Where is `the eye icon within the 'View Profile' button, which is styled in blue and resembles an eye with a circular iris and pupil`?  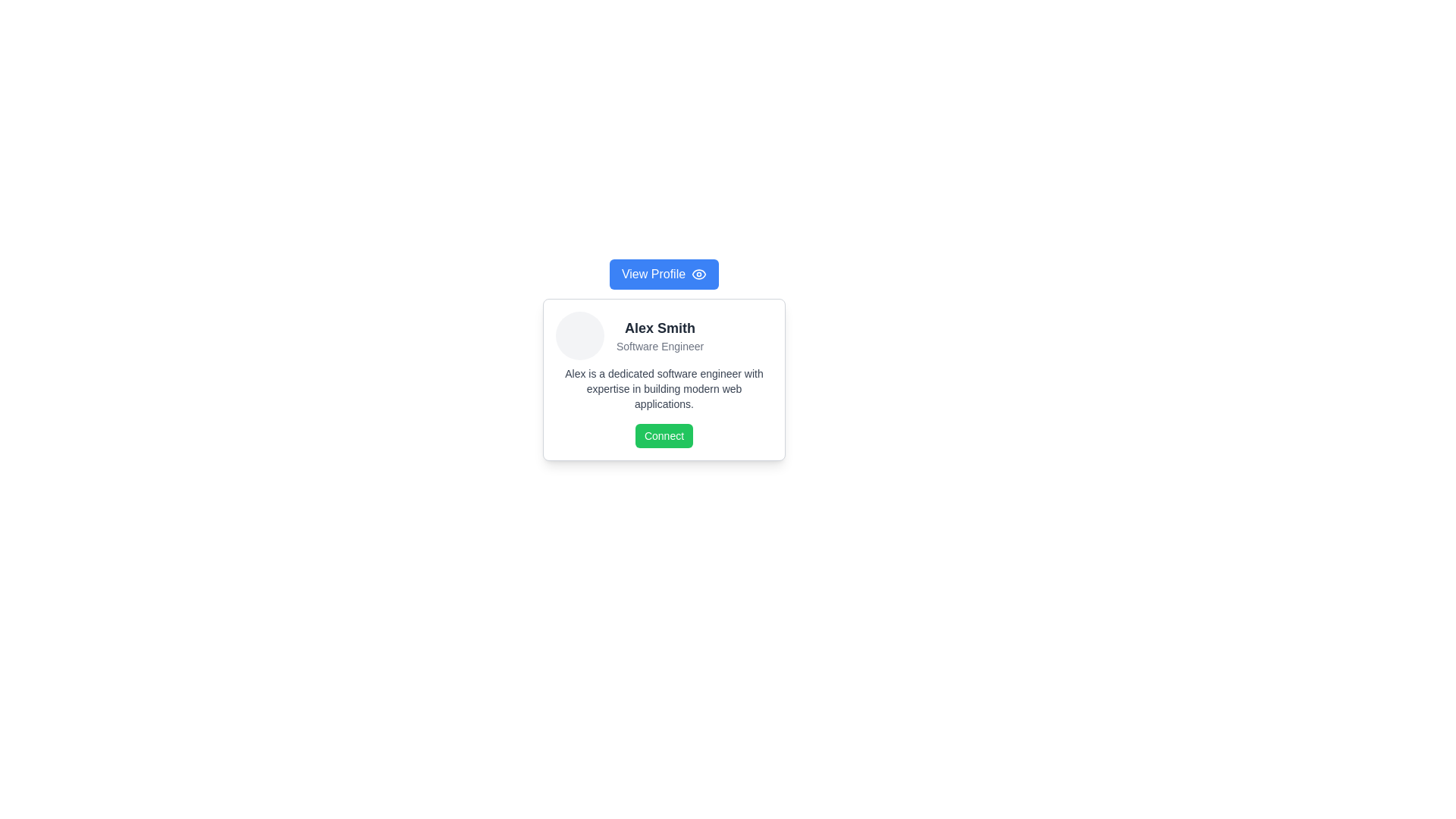 the eye icon within the 'View Profile' button, which is styled in blue and resembles an eye with a circular iris and pupil is located at coordinates (698, 275).